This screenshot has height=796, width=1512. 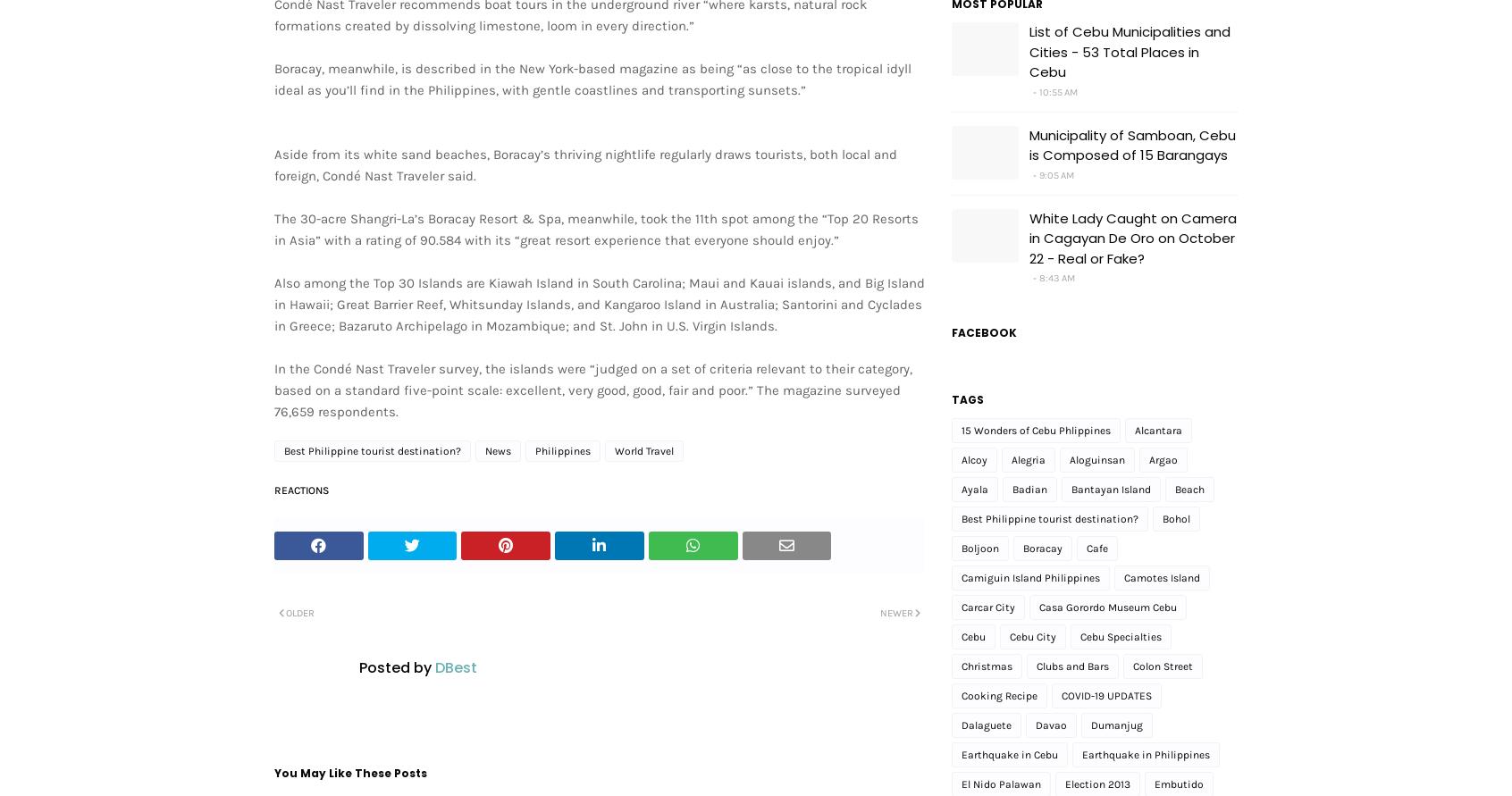 What do you see at coordinates (895, 612) in the screenshot?
I see `'Newer'` at bounding box center [895, 612].